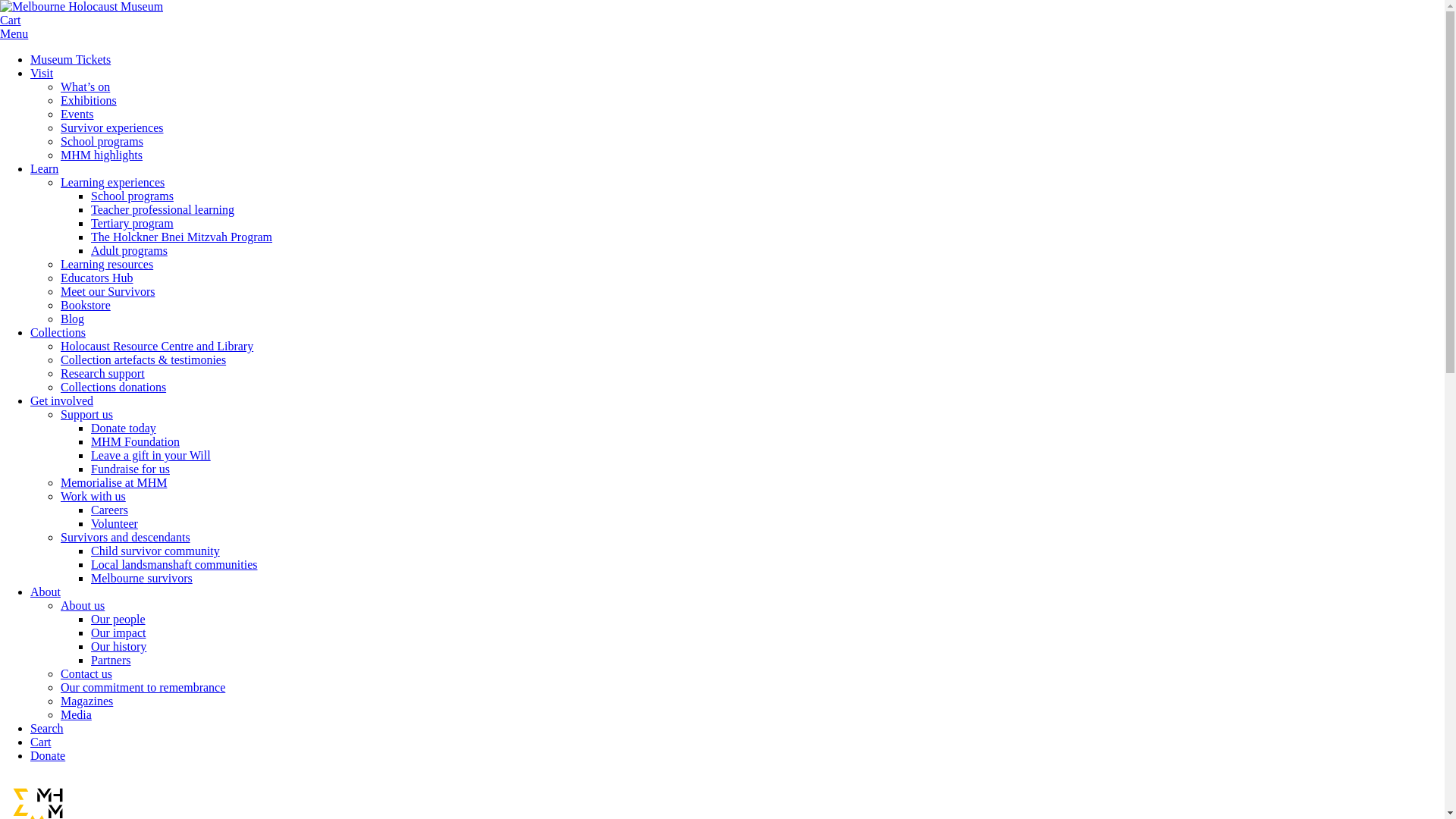 This screenshot has height=819, width=1456. Describe the element at coordinates (102, 373) in the screenshot. I see `'Research support'` at that location.